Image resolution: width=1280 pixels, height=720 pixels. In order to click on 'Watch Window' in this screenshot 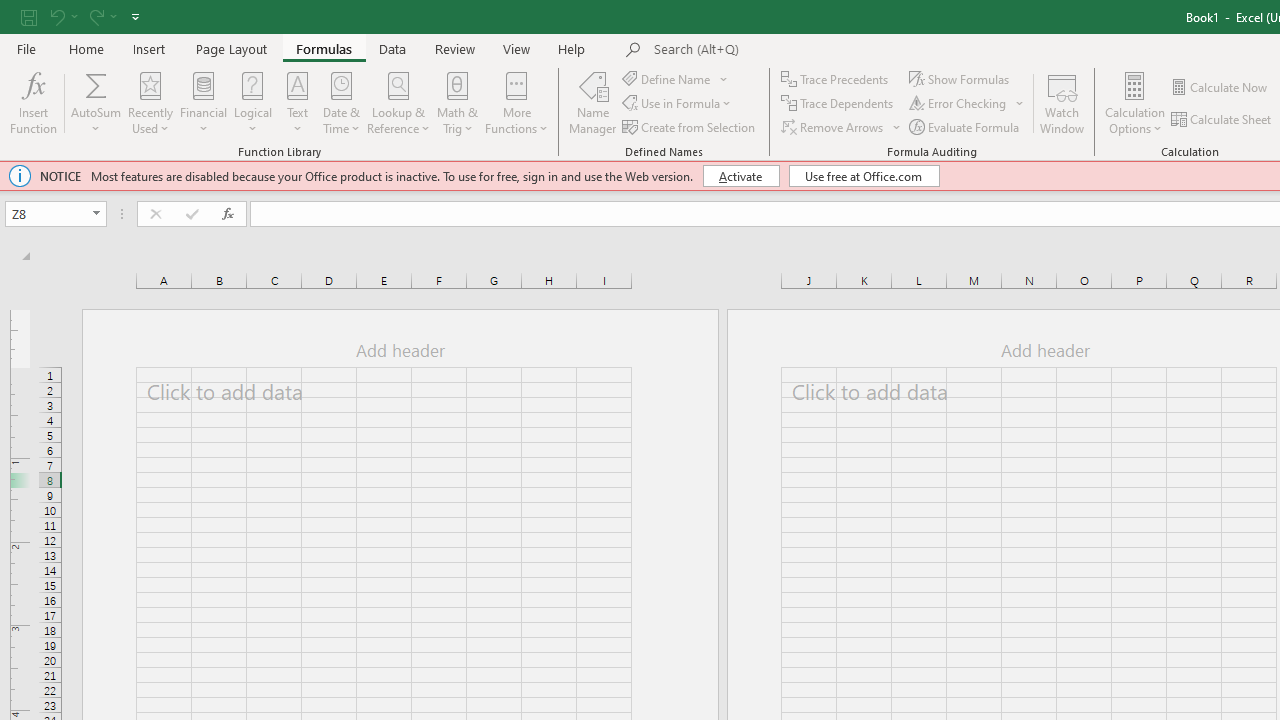, I will do `click(1061, 103)`.